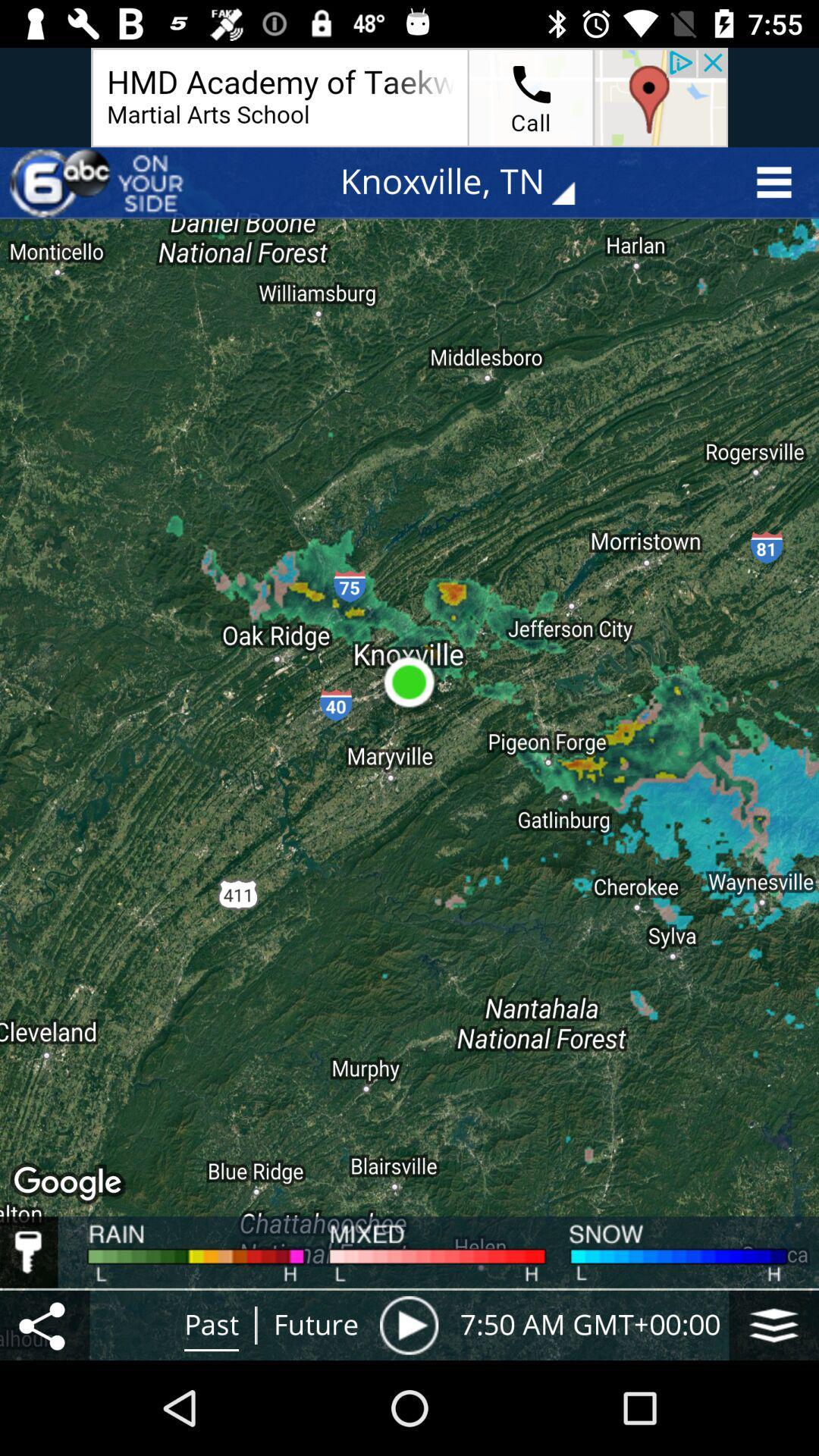 Image resolution: width=819 pixels, height=1456 pixels. What do you see at coordinates (467, 182) in the screenshot?
I see `knoxville, tn icon` at bounding box center [467, 182].